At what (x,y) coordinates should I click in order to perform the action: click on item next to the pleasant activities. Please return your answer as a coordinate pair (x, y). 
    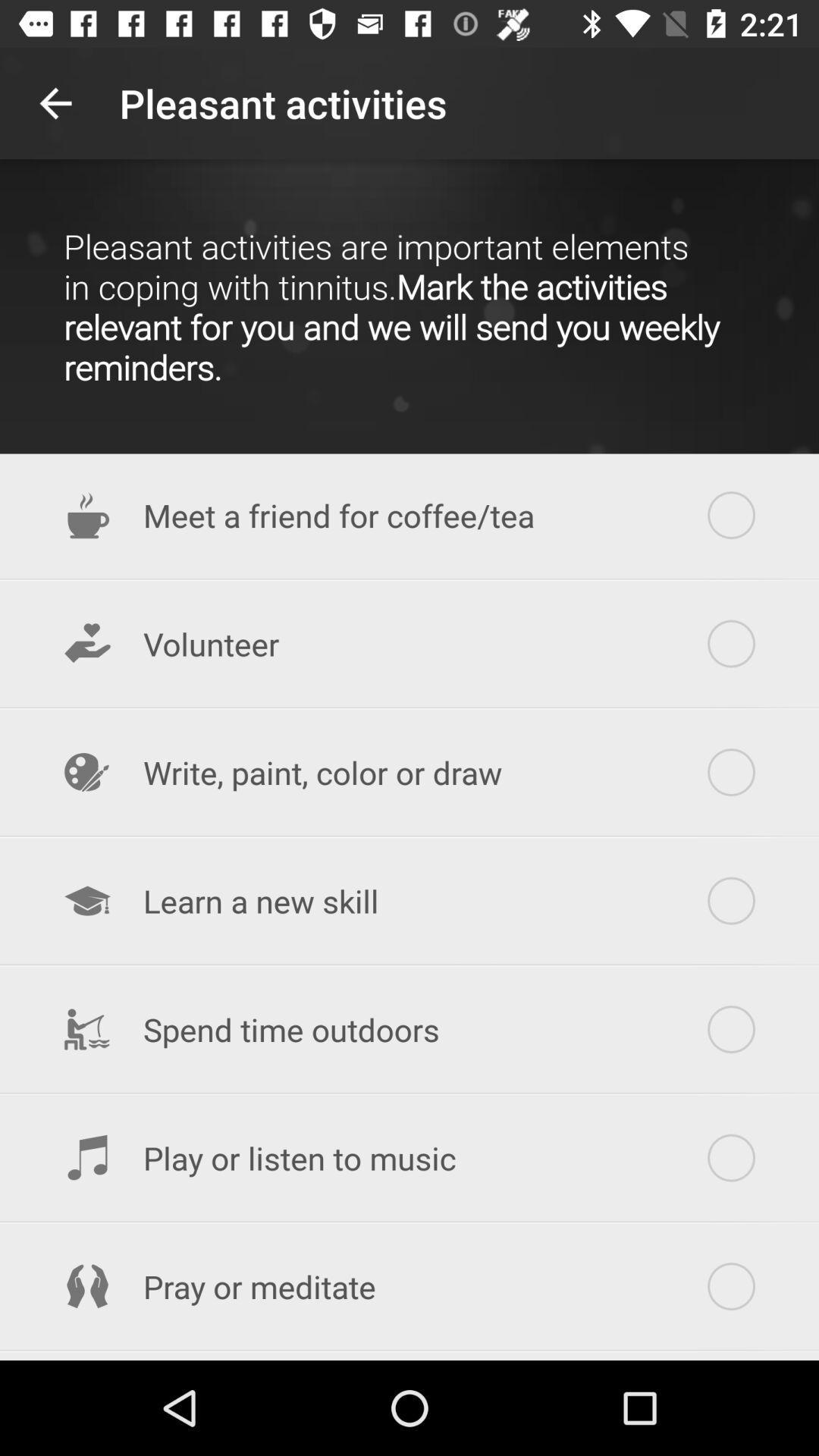
    Looking at the image, I should click on (55, 102).